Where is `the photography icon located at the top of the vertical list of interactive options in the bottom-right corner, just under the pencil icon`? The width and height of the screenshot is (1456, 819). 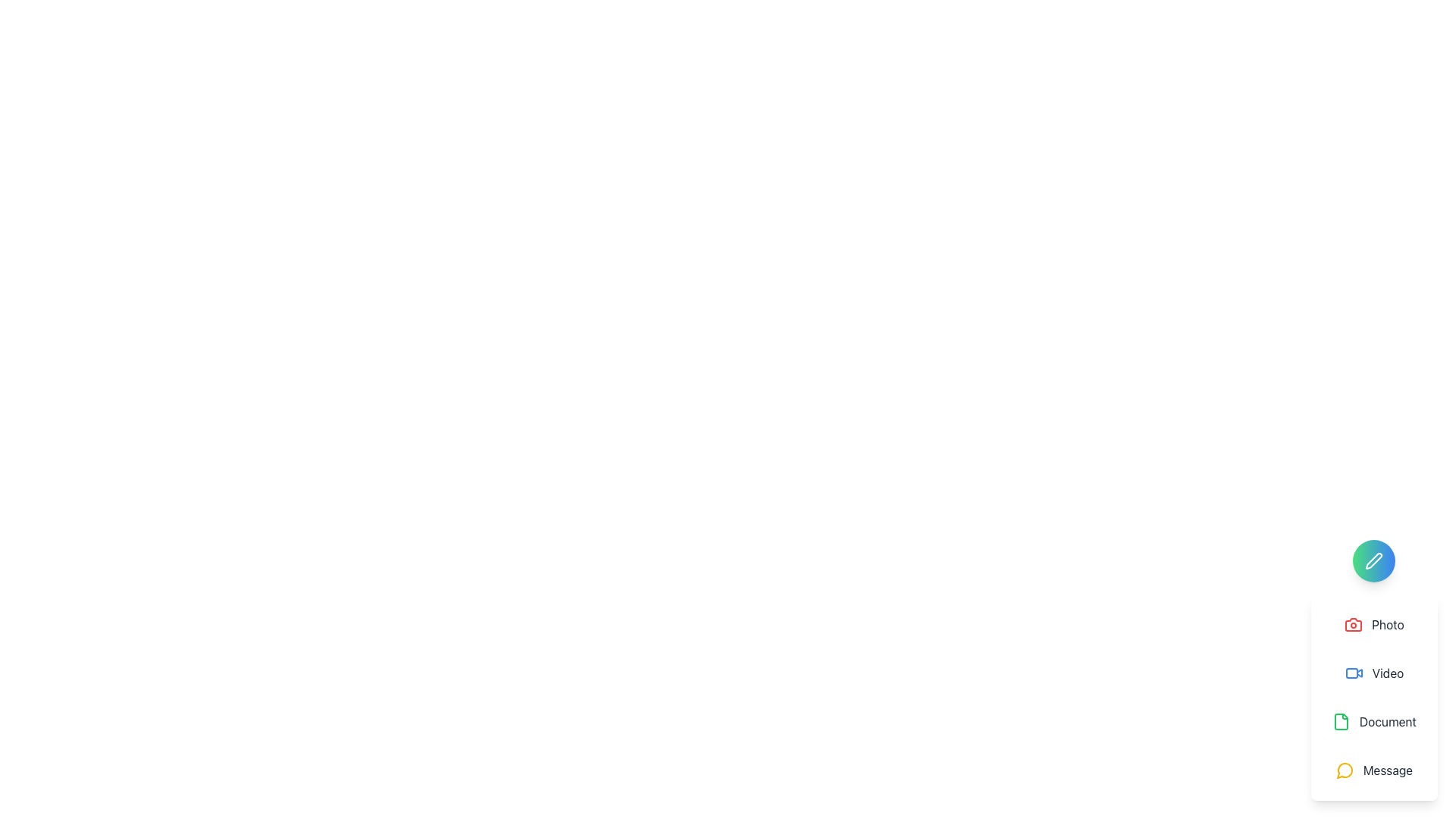 the photography icon located at the top of the vertical list of interactive options in the bottom-right corner, just under the pencil icon is located at coordinates (1354, 625).